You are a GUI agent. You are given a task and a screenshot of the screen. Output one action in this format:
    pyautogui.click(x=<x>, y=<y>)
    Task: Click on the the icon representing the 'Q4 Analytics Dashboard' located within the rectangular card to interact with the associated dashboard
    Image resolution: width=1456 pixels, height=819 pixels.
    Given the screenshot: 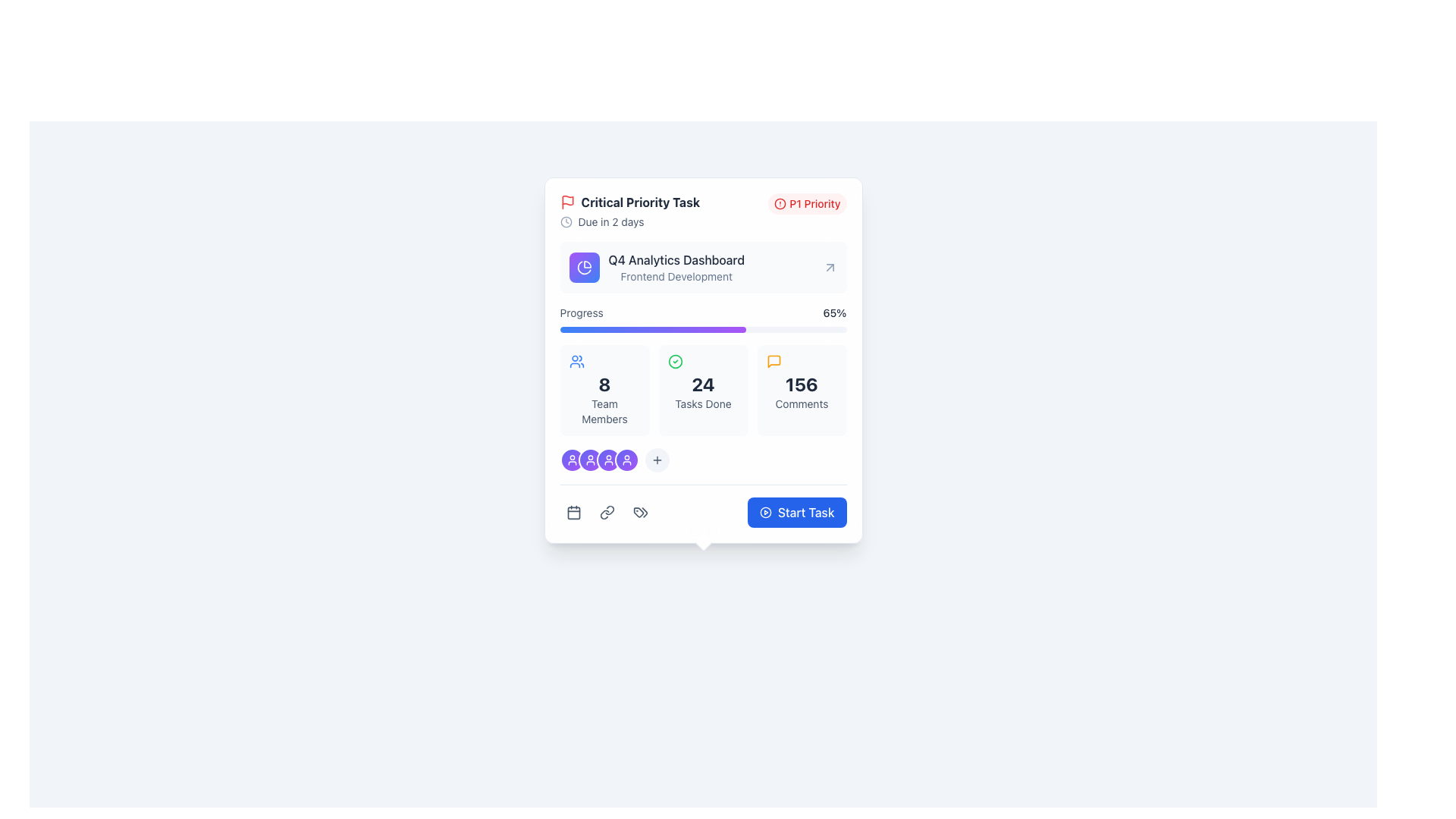 What is the action you would take?
    pyautogui.click(x=583, y=267)
    